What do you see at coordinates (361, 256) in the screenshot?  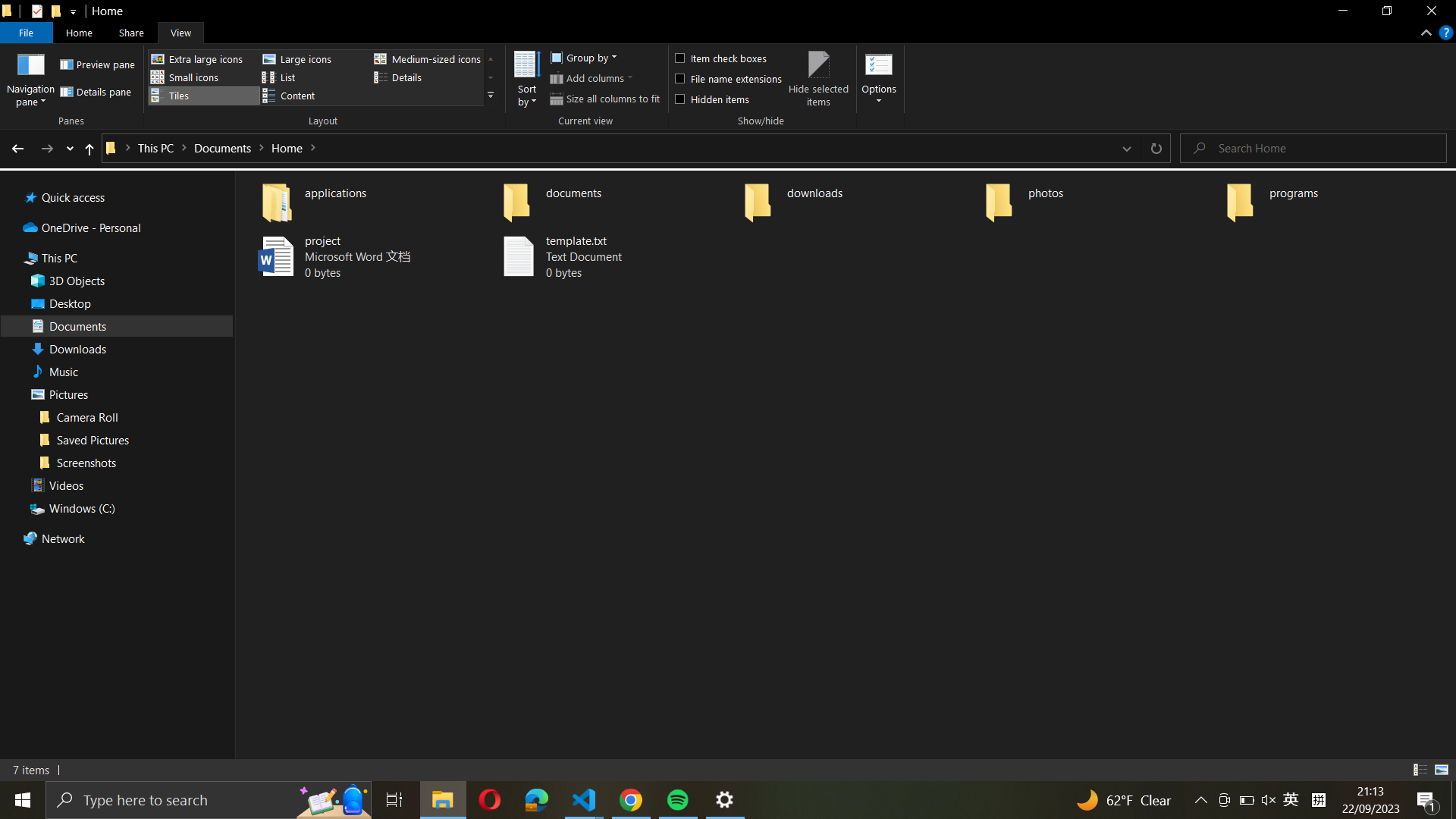 I see `the "project" file and store a backup as "project_backup` at bounding box center [361, 256].